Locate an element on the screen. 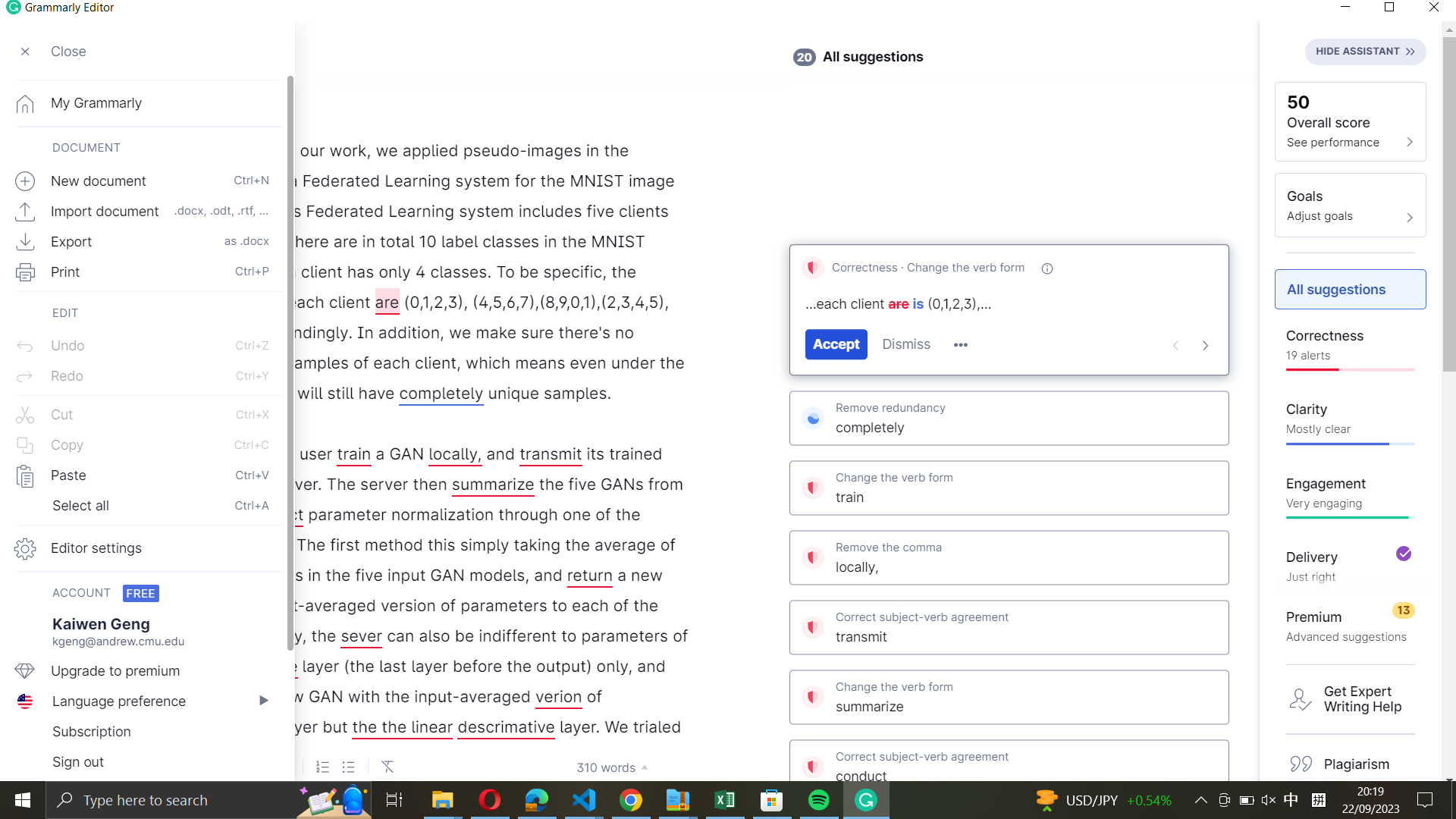  Redirect to the starting page is located at coordinates (142, 102).